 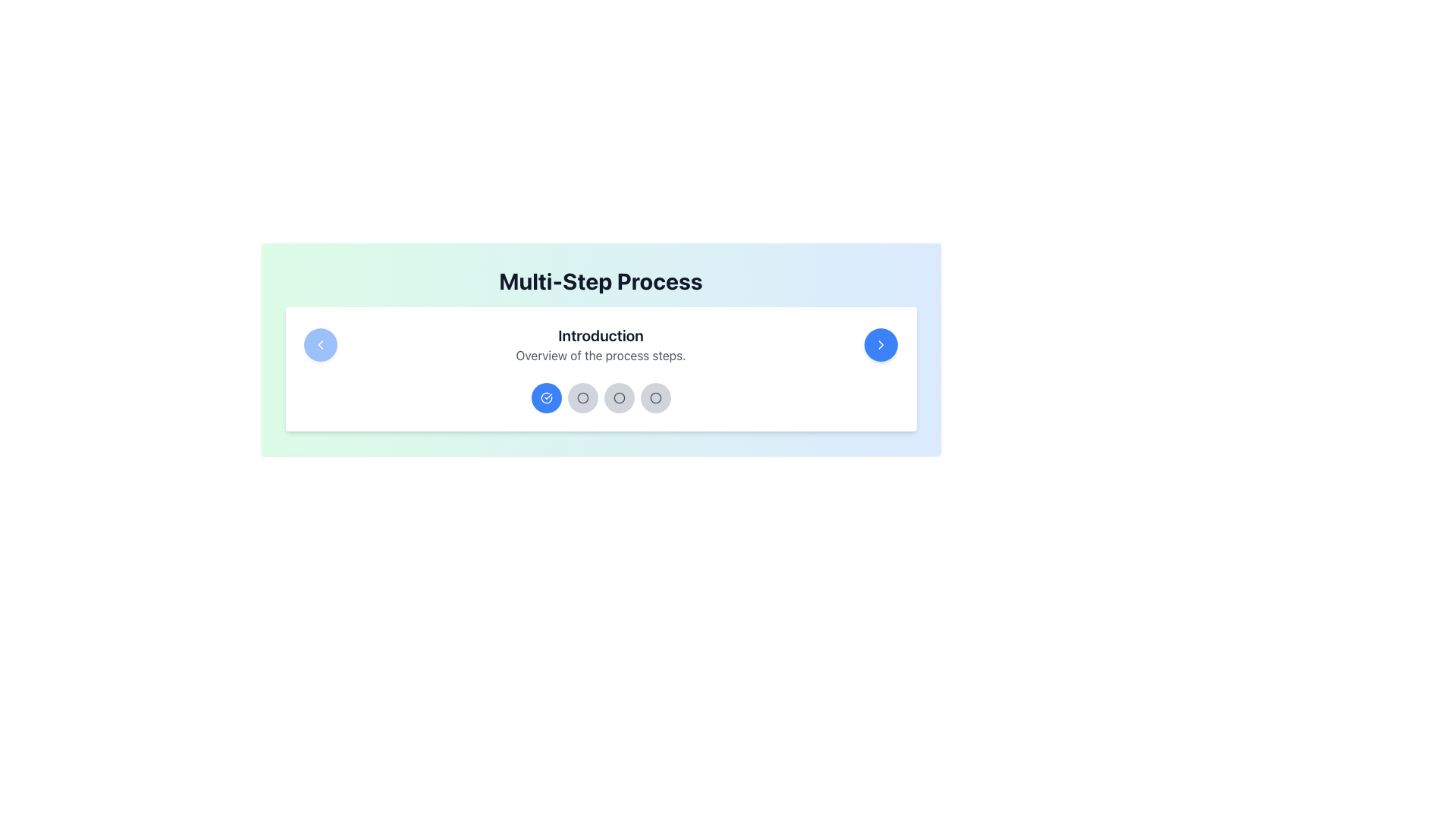 I want to click on the button located at the left end of the section containing the title 'Introduction', so click(x=319, y=345).